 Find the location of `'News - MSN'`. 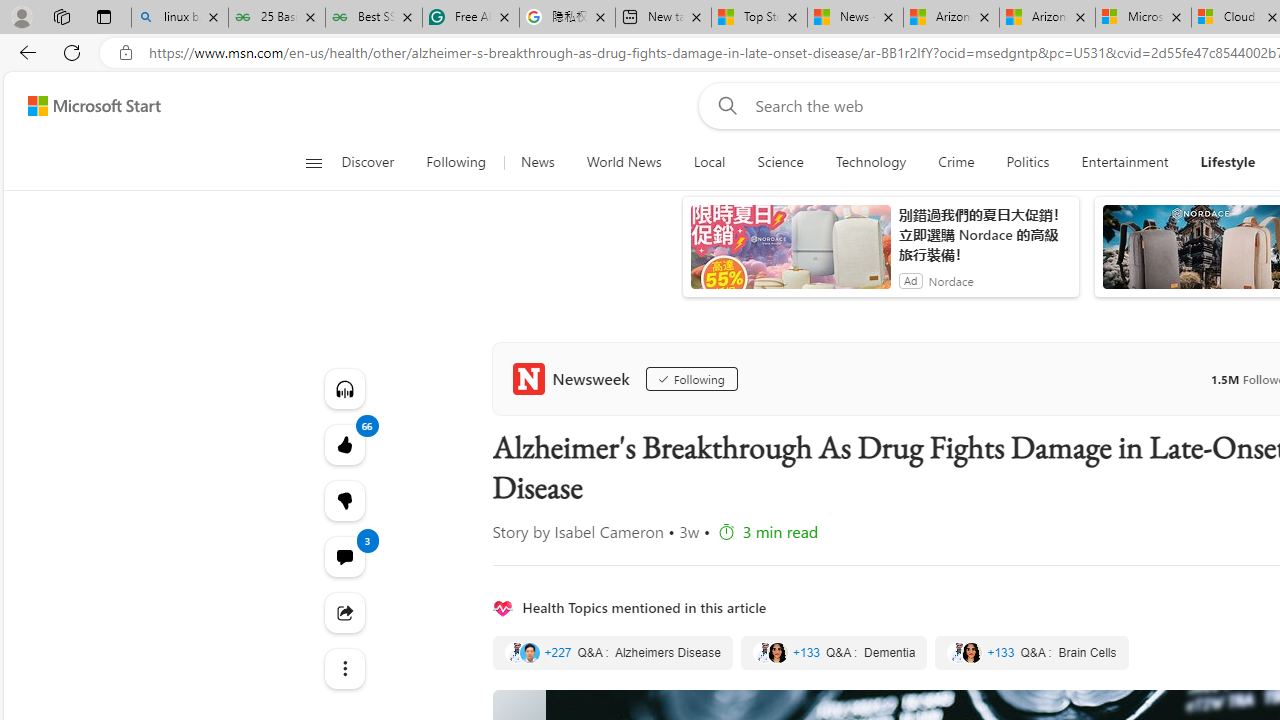

'News - MSN' is located at coordinates (855, 17).